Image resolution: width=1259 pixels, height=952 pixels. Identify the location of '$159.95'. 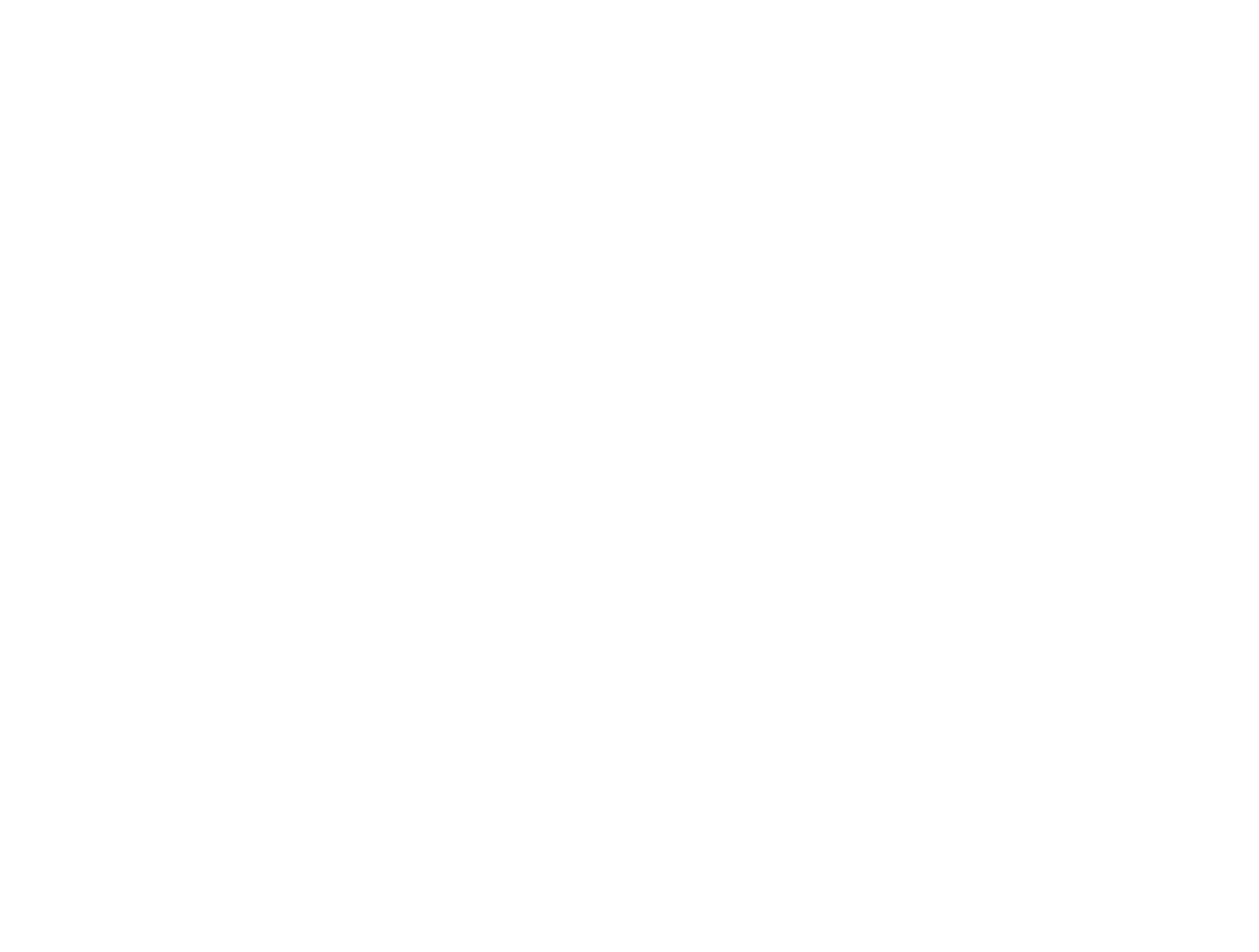
(97, 156).